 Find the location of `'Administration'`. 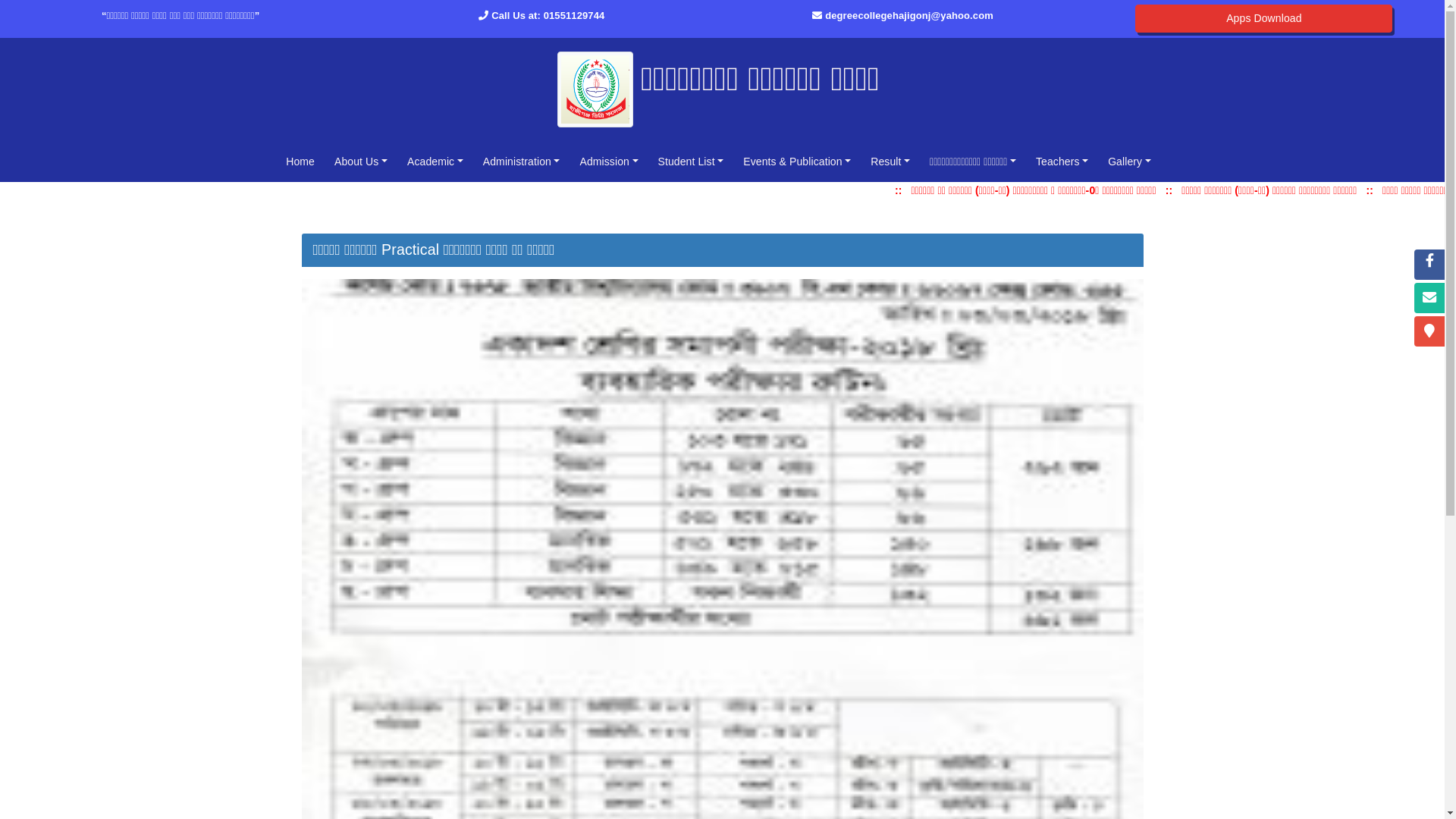

'Administration' is located at coordinates (475, 161).